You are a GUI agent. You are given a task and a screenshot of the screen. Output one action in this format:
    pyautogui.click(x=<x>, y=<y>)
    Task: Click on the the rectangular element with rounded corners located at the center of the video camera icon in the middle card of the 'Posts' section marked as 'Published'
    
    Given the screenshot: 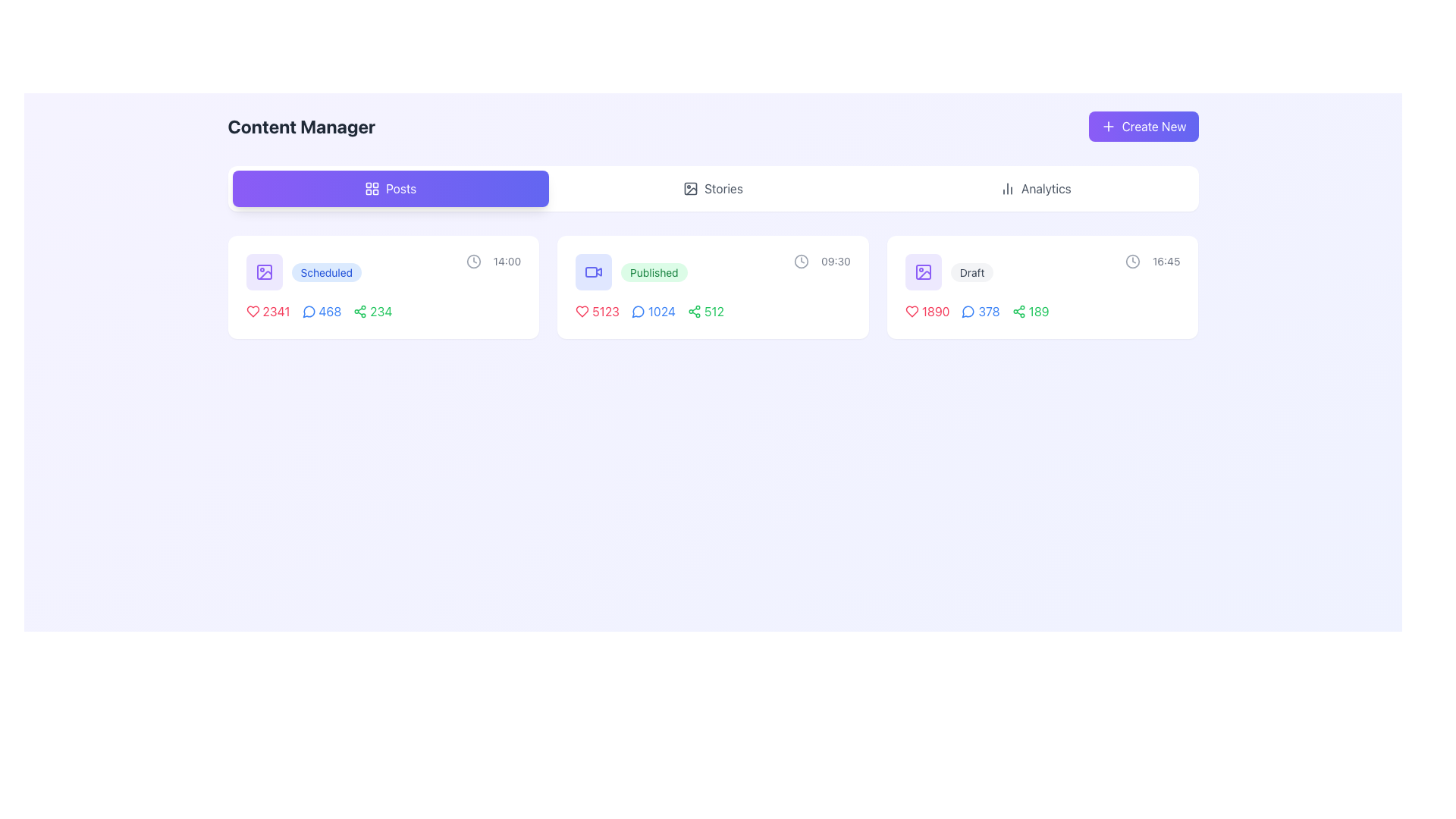 What is the action you would take?
    pyautogui.click(x=591, y=271)
    